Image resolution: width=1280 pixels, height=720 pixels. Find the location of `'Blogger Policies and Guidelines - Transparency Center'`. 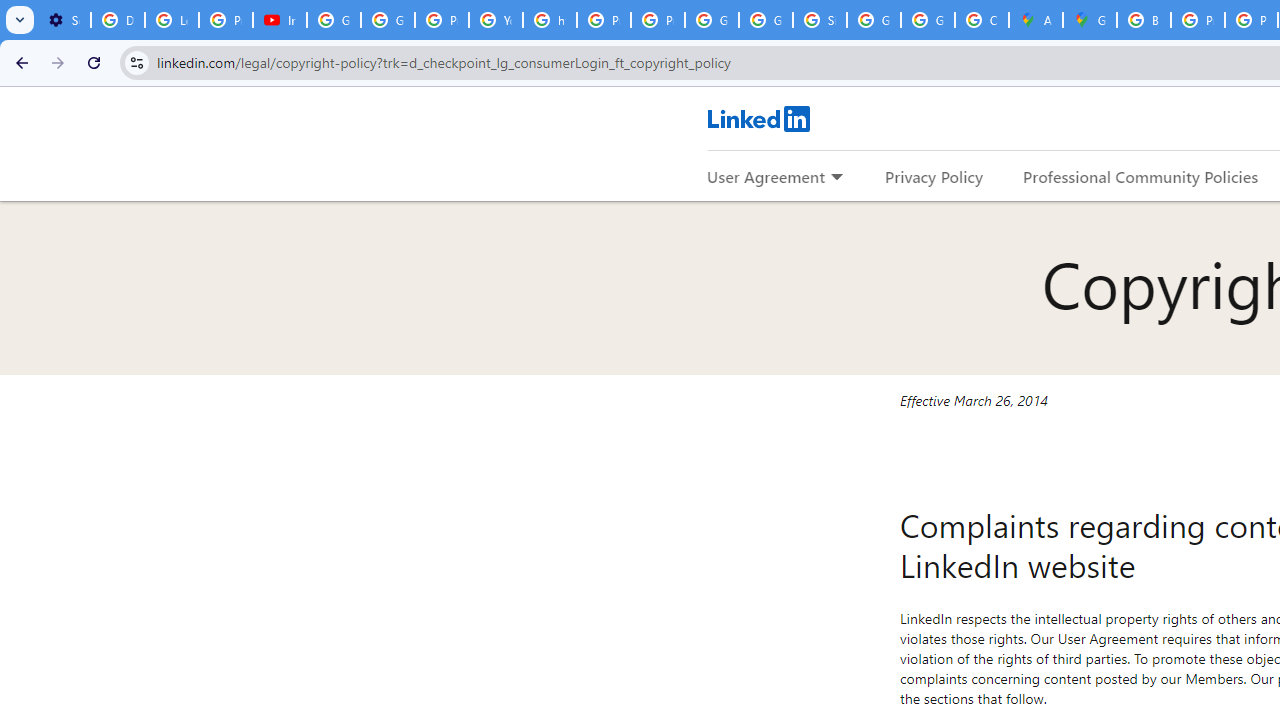

'Blogger Policies and Guidelines - Transparency Center' is located at coordinates (1144, 20).